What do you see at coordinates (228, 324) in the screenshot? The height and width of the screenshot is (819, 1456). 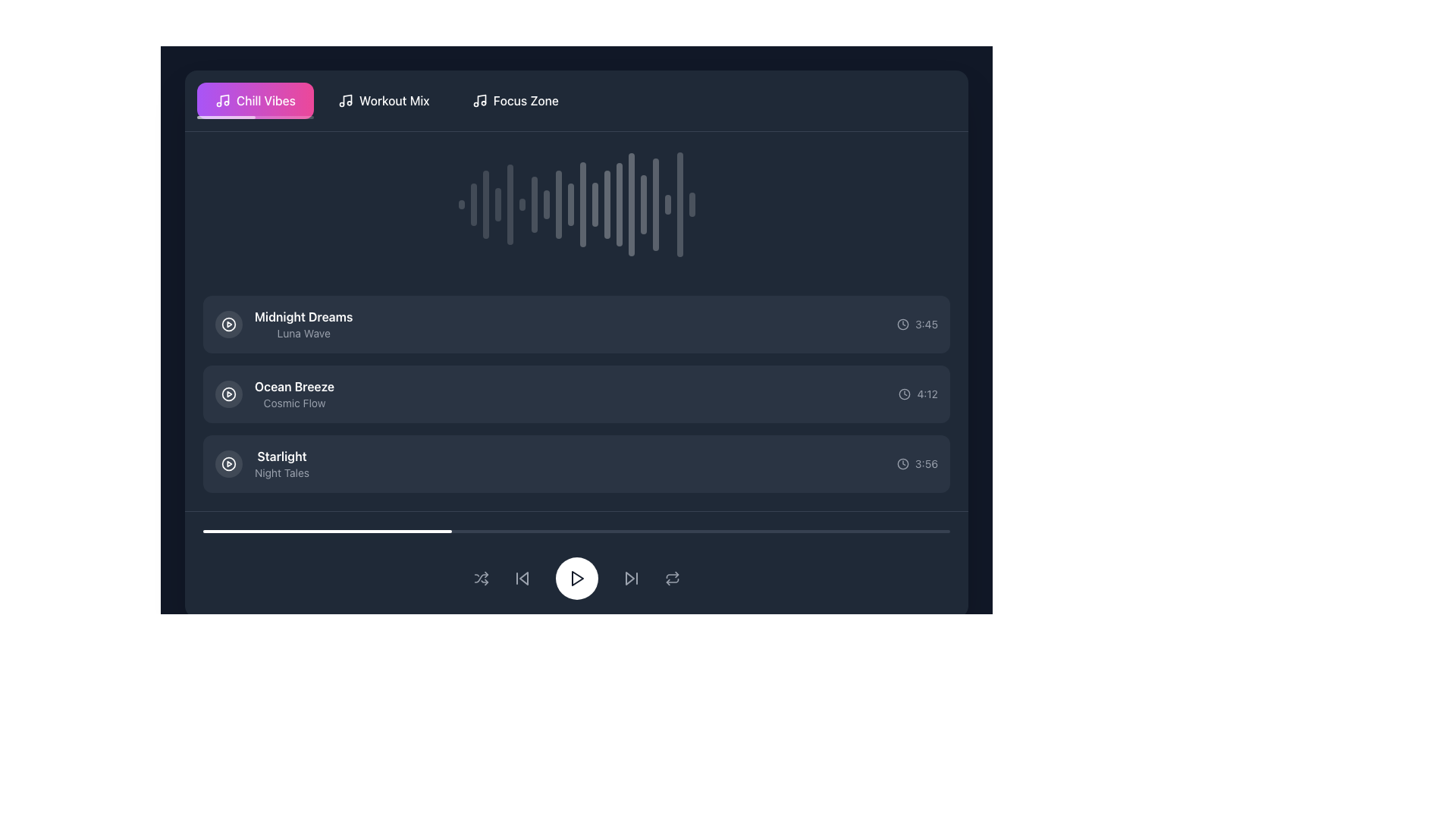 I see `the circular play button with a play icon located to the left of the text for the track 'Midnight Dreams - Luna Wave'` at bounding box center [228, 324].